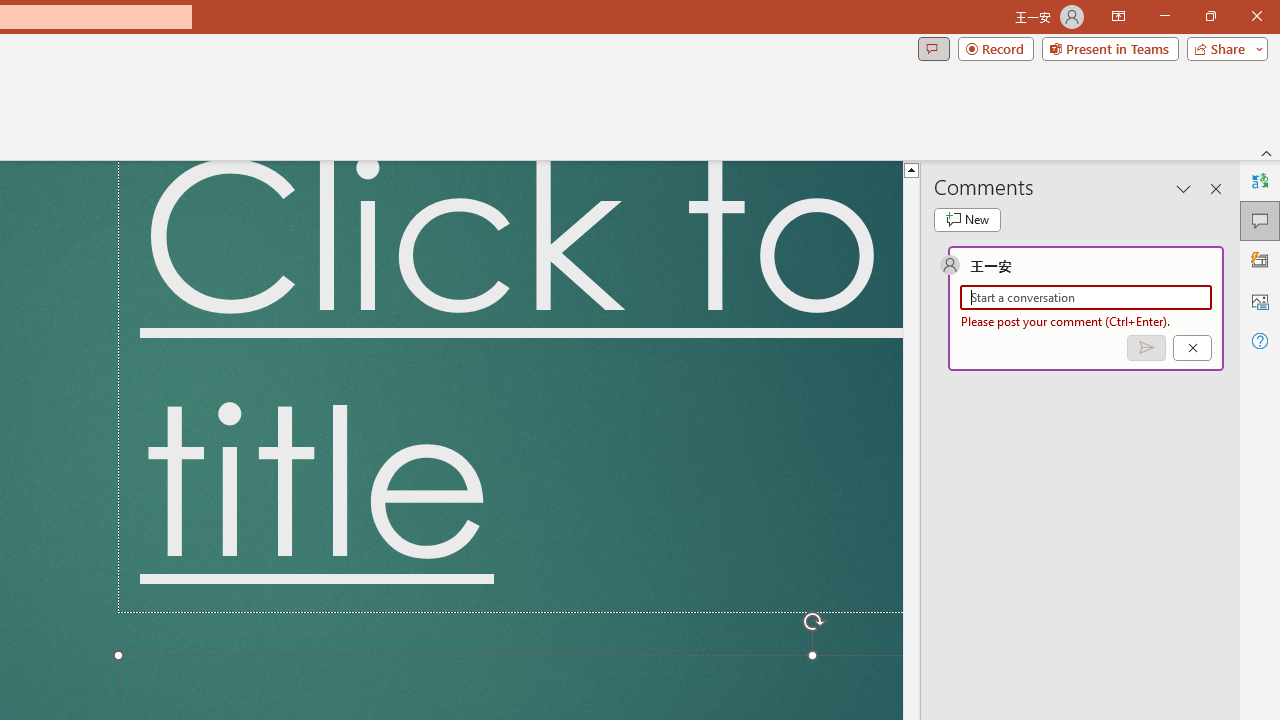 Image resolution: width=1280 pixels, height=720 pixels. What do you see at coordinates (1259, 300) in the screenshot?
I see `'Alt Text'` at bounding box center [1259, 300].